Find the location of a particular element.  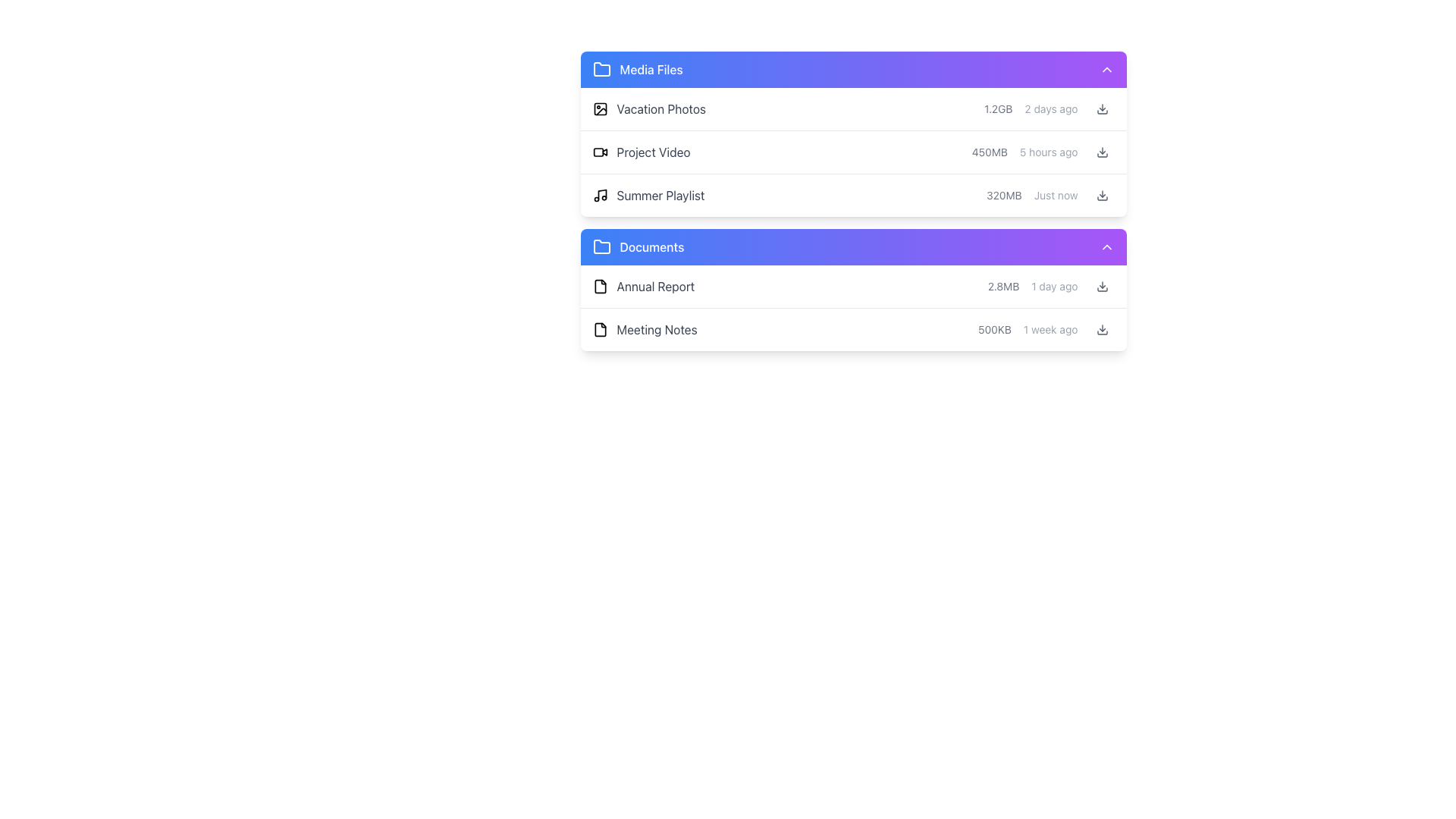

the timestamp text label indicating the upload or modification time for the 'Summer Playlist' file, located near the right end of the row in the 'Media Files' group is located at coordinates (1055, 195).